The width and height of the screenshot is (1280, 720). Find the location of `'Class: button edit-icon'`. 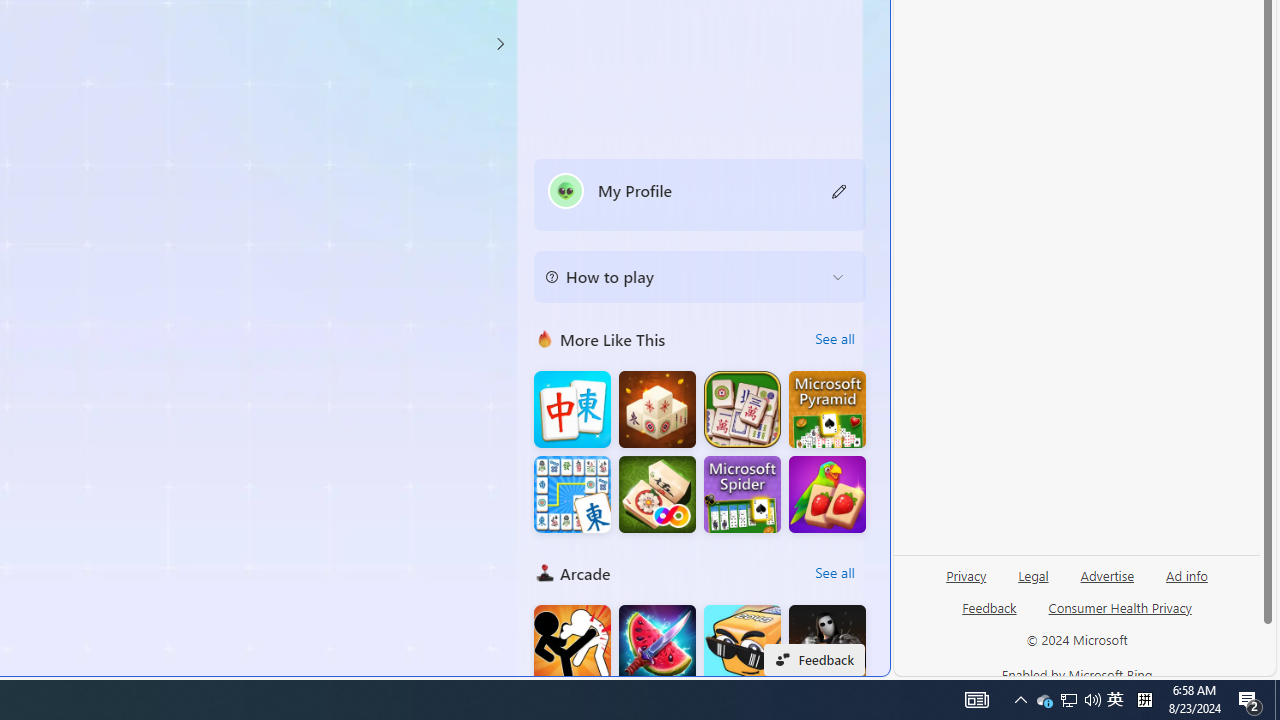

'Class: button edit-icon' is located at coordinates (839, 190).